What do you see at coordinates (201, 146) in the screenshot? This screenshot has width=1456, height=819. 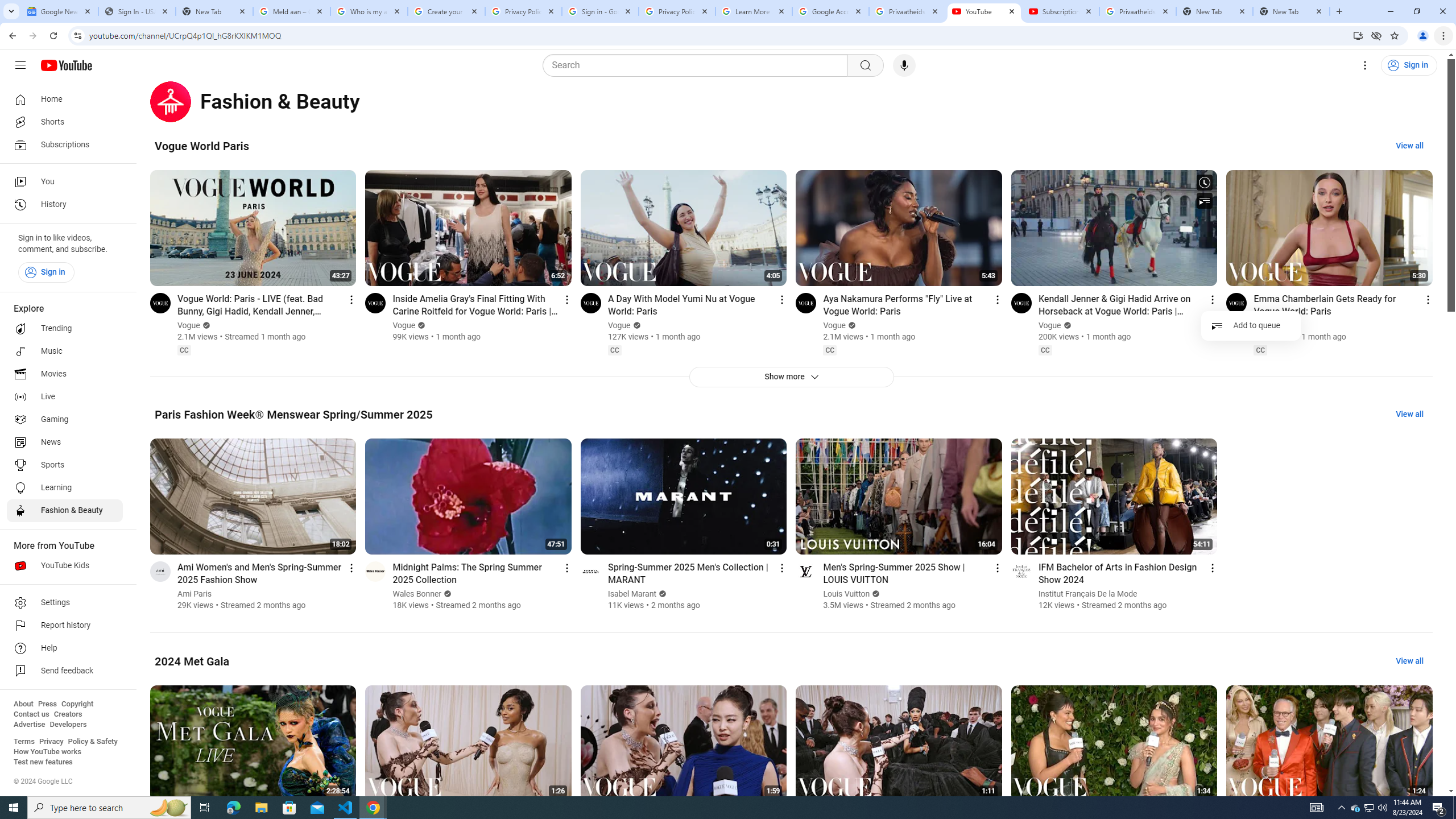 I see `'Vogue World Paris'` at bounding box center [201, 146].